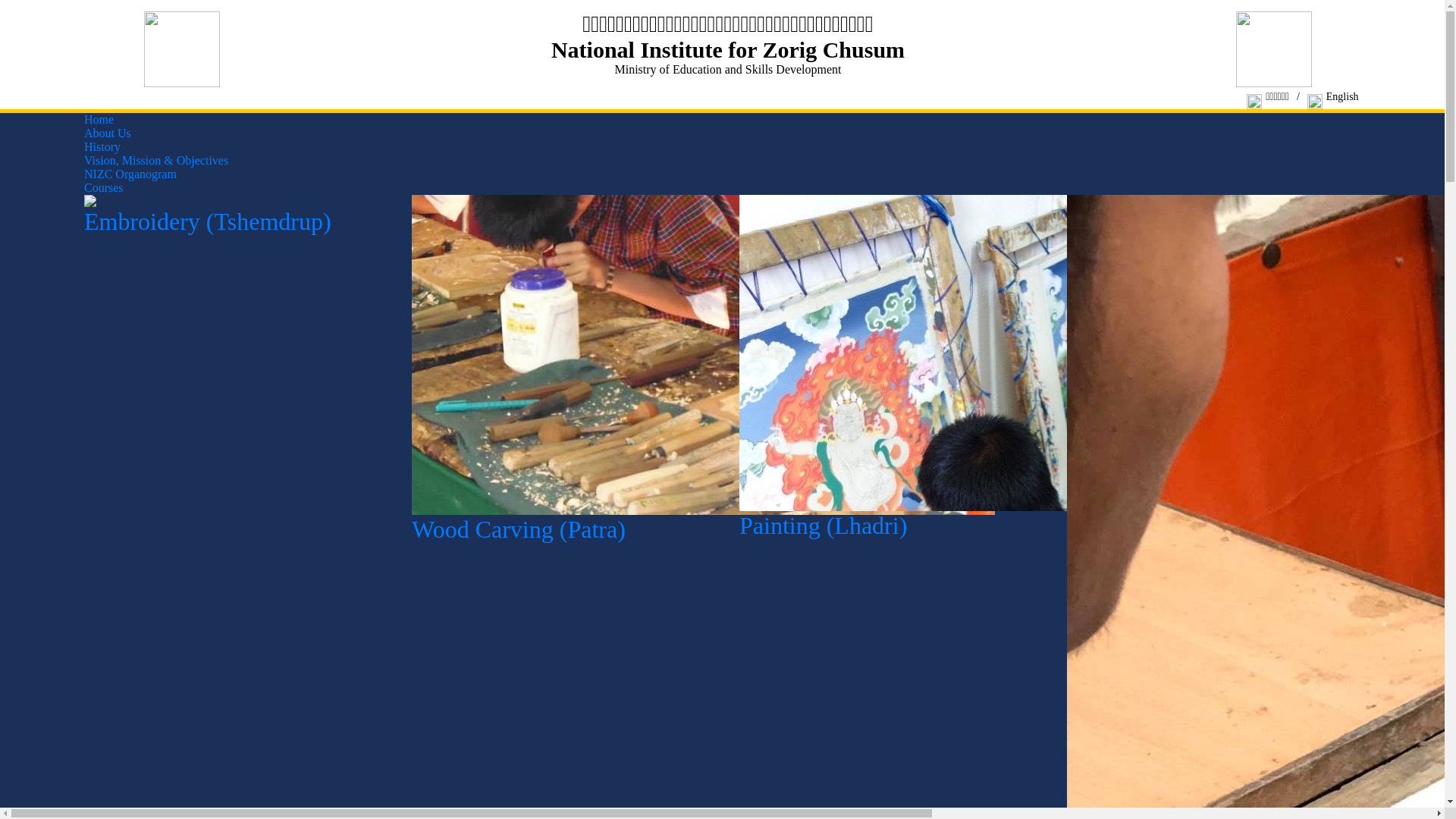 This screenshot has height=819, width=1456. I want to click on 'About Us', so click(107, 132).